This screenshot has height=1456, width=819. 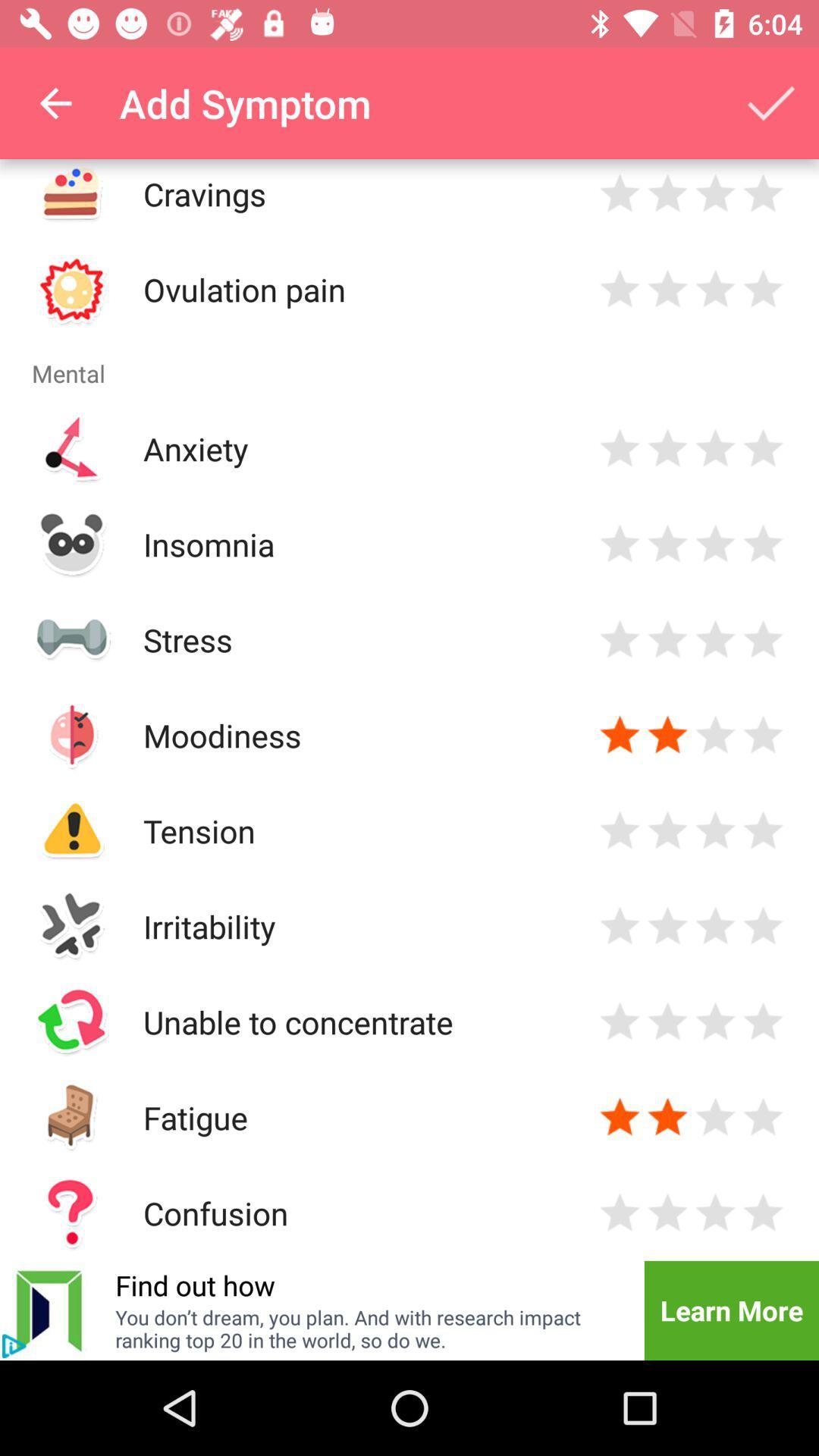 What do you see at coordinates (55, 102) in the screenshot?
I see `app next to the add symptom item` at bounding box center [55, 102].